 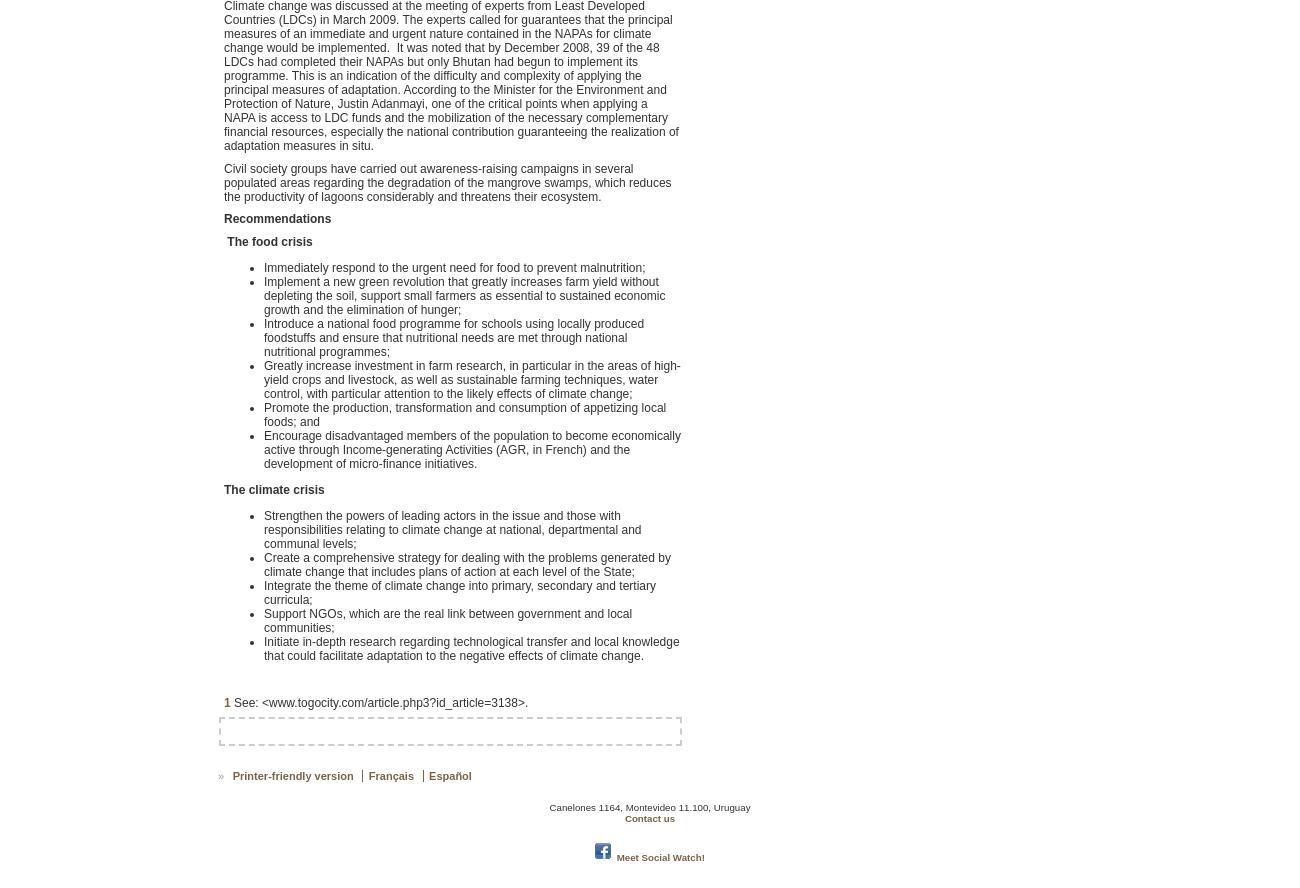 I want to click on '1', so click(x=225, y=701).